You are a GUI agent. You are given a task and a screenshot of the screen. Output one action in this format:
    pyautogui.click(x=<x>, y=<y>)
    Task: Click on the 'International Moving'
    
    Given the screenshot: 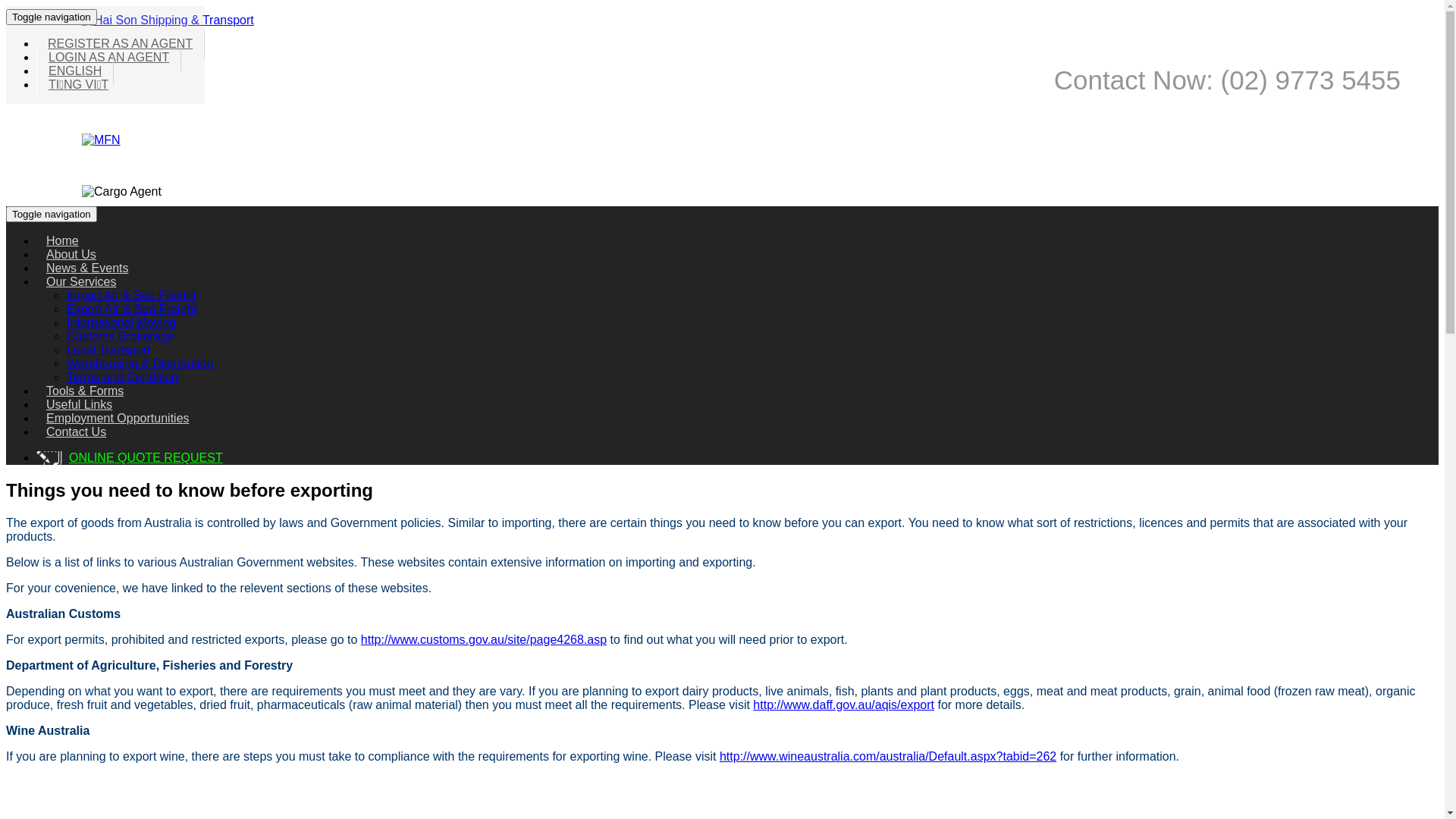 What is the action you would take?
    pyautogui.click(x=120, y=322)
    